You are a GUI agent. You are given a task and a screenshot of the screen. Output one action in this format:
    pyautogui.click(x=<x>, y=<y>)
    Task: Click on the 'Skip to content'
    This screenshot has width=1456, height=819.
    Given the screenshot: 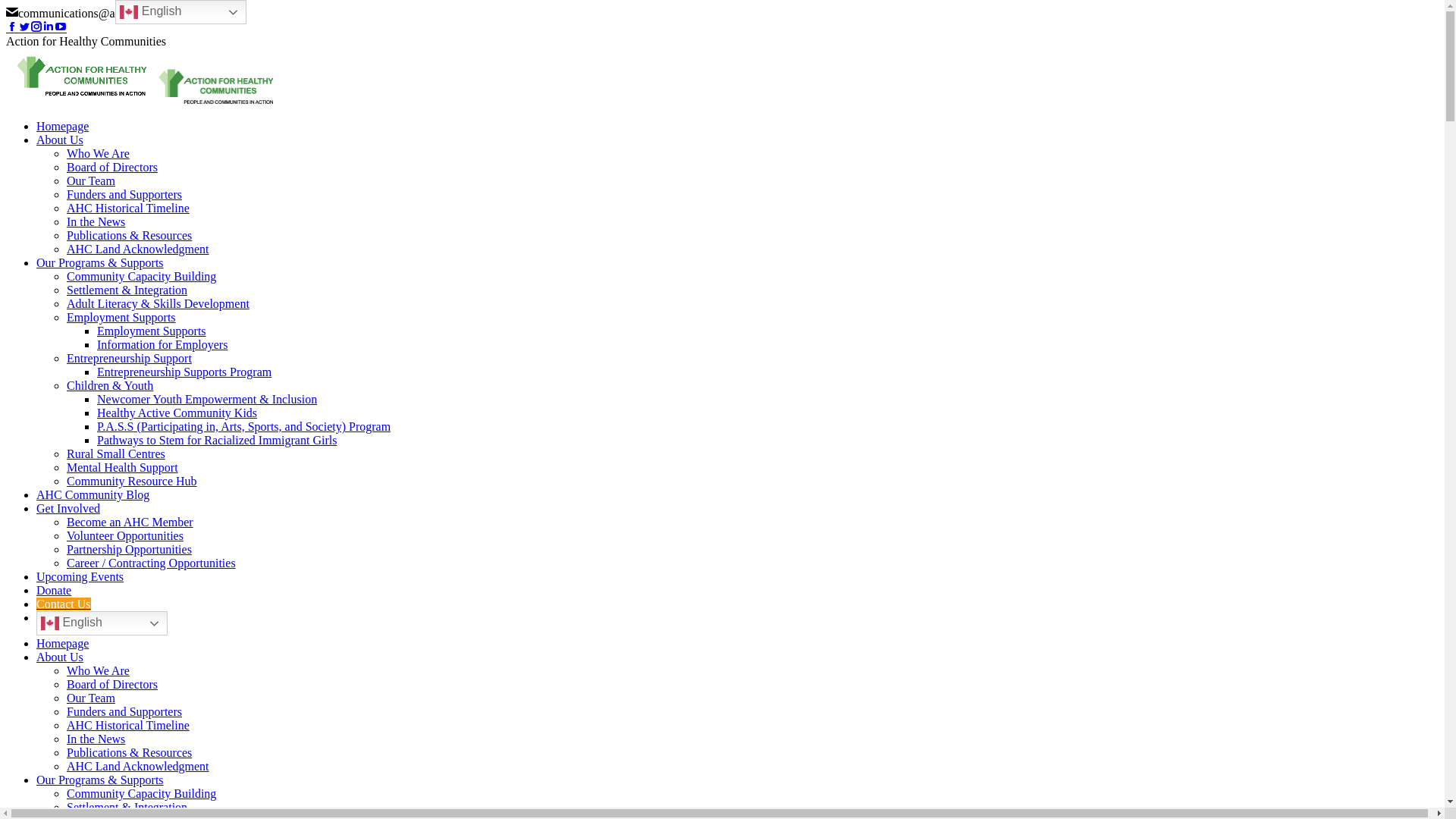 What is the action you would take?
    pyautogui.click(x=5, y=5)
    